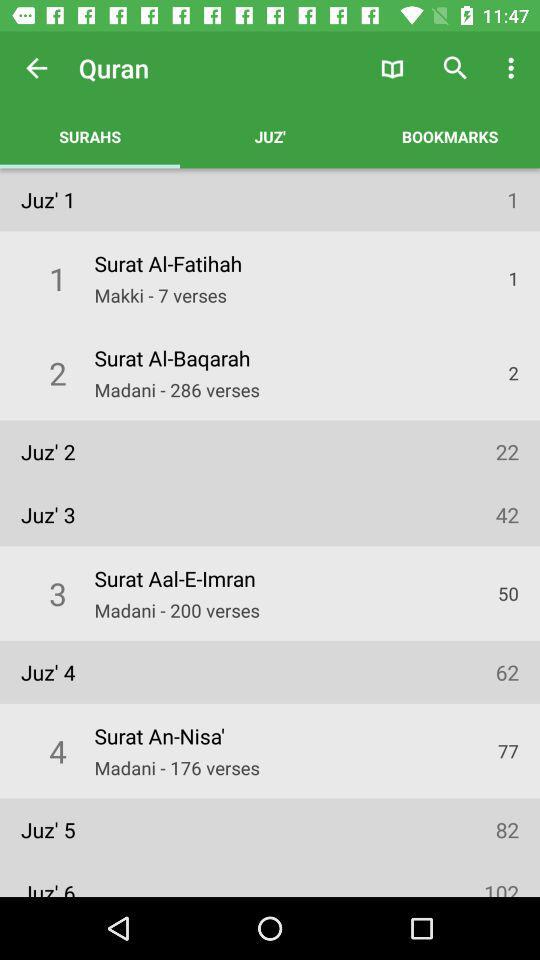 The image size is (540, 960). What do you see at coordinates (36, 68) in the screenshot?
I see `the icon above surahs` at bounding box center [36, 68].